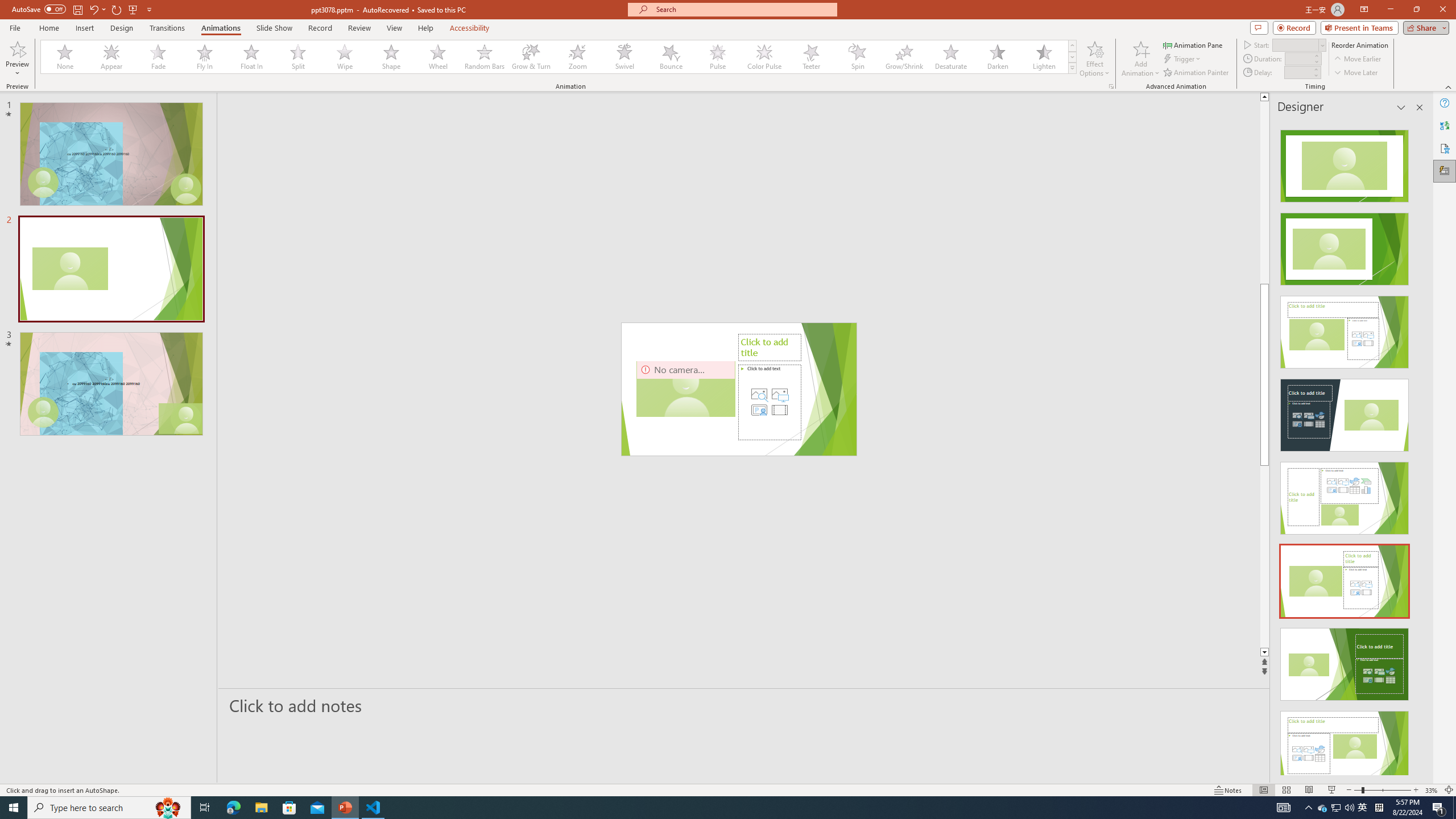 The image size is (1456, 819). What do you see at coordinates (624, 56) in the screenshot?
I see `'Swivel'` at bounding box center [624, 56].